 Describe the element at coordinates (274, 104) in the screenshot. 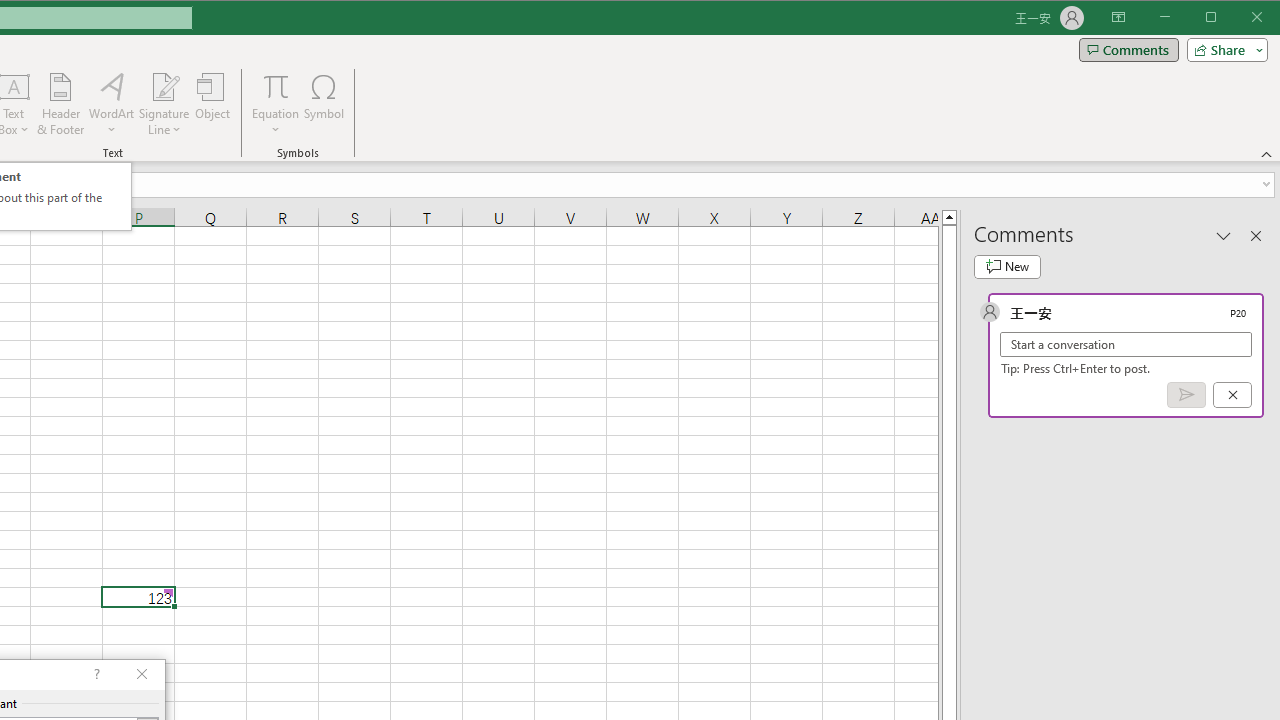

I see `'Equation'` at that location.